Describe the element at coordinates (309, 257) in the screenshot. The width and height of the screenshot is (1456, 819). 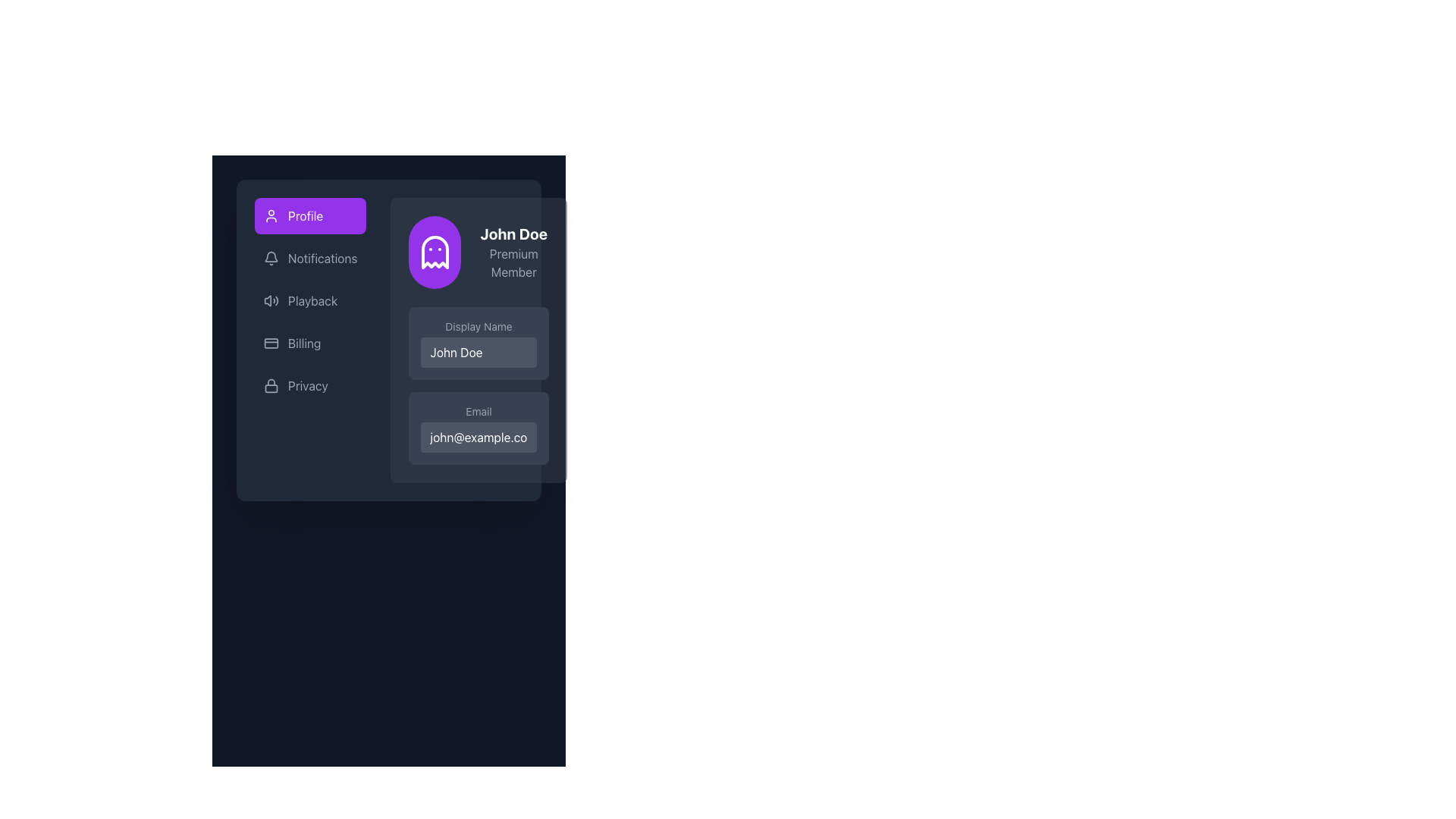
I see `the 'Notifications' menu option button, which features a bell icon and is styled with rounded corners` at that location.